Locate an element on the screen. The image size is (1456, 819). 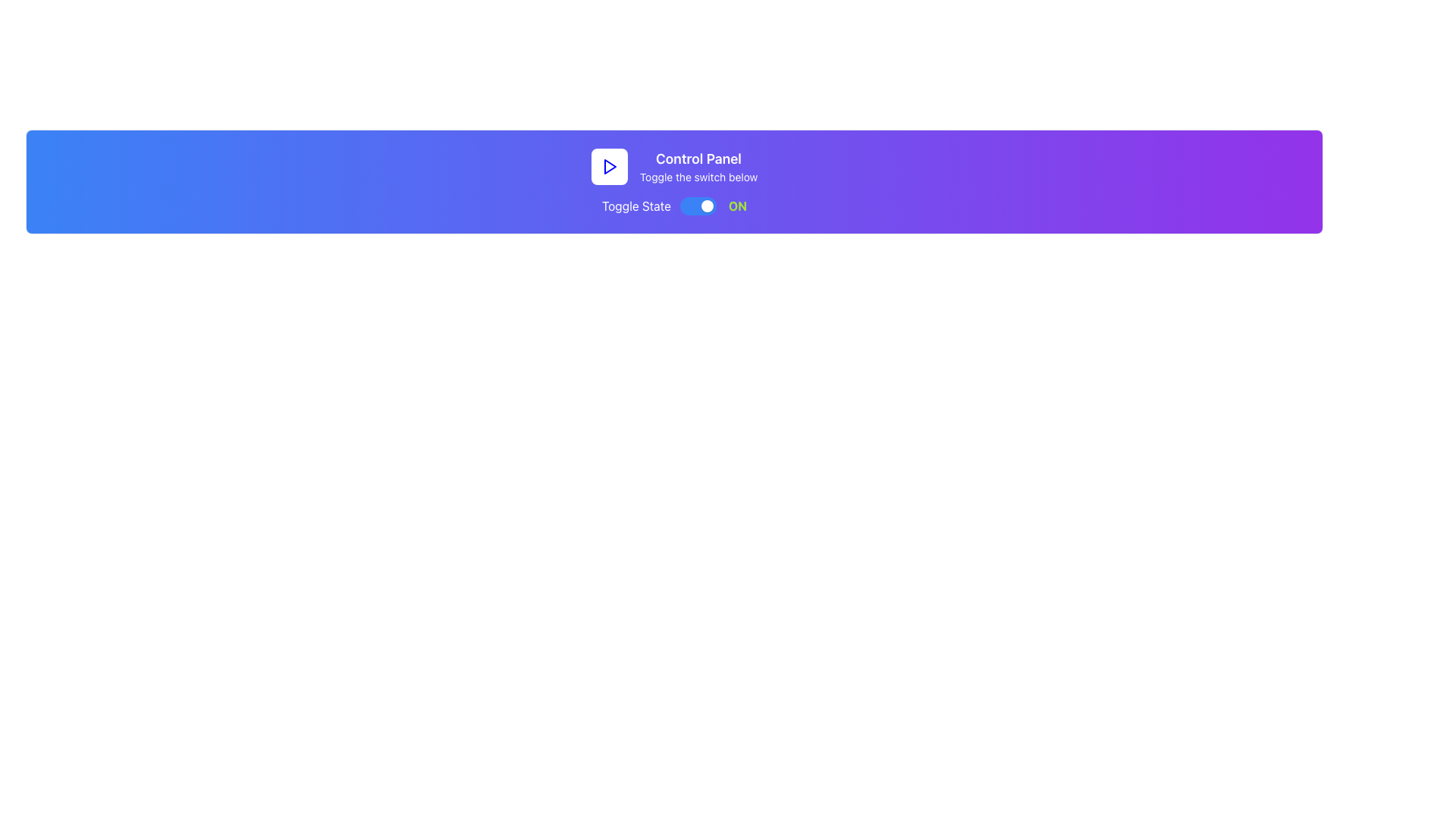
the header and instruction text component labeled 'Control Panel' which provides guidance with the text 'Toggle the switch below' is located at coordinates (698, 166).